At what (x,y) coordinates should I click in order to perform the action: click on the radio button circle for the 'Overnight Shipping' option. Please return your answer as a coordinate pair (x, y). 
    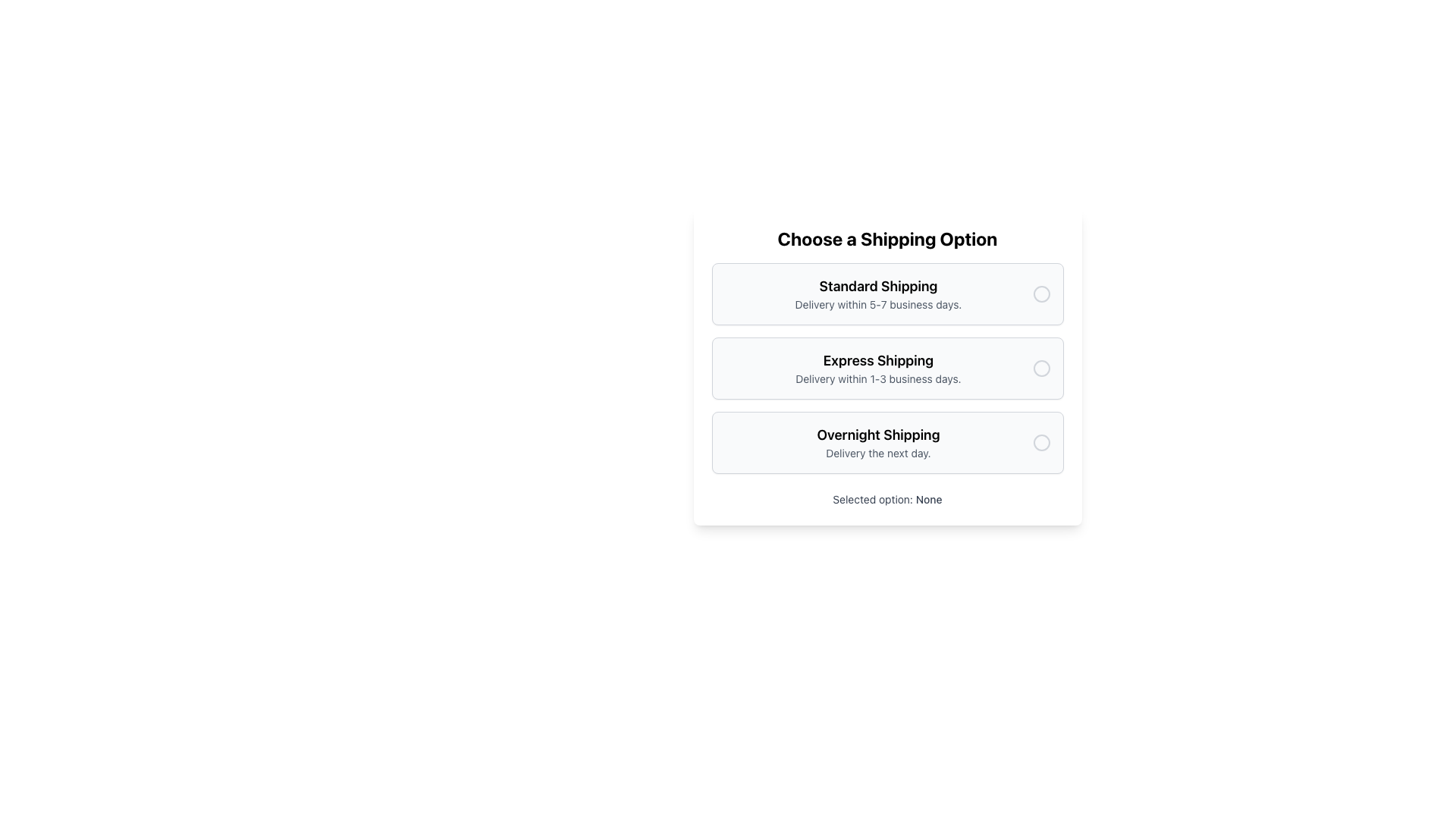
    Looking at the image, I should click on (1040, 442).